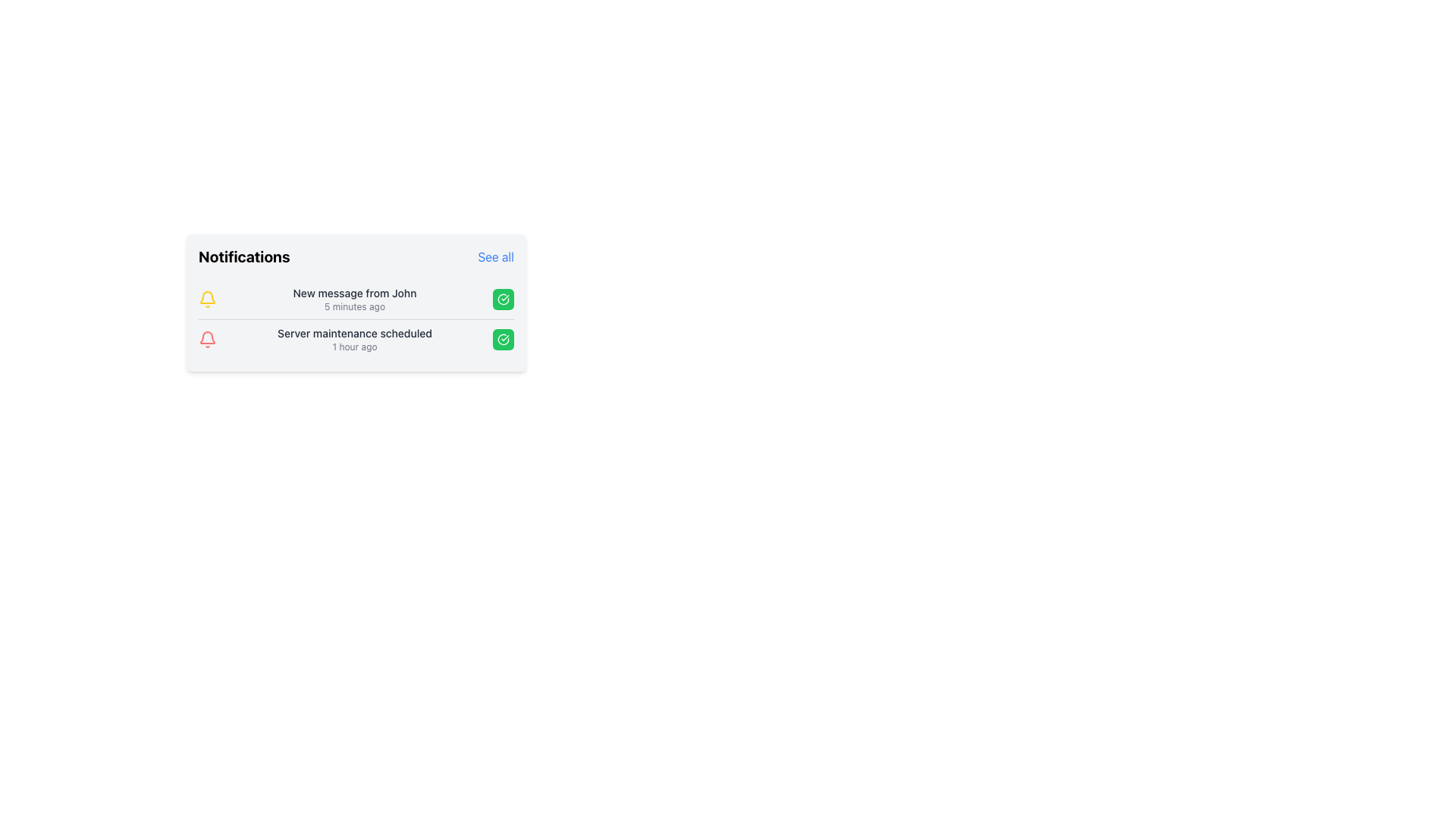 The height and width of the screenshot is (819, 1456). What do you see at coordinates (353, 299) in the screenshot?
I see `the first notification entry in the vertical list of notifications, which presents a message notification including the sender's name and time received` at bounding box center [353, 299].